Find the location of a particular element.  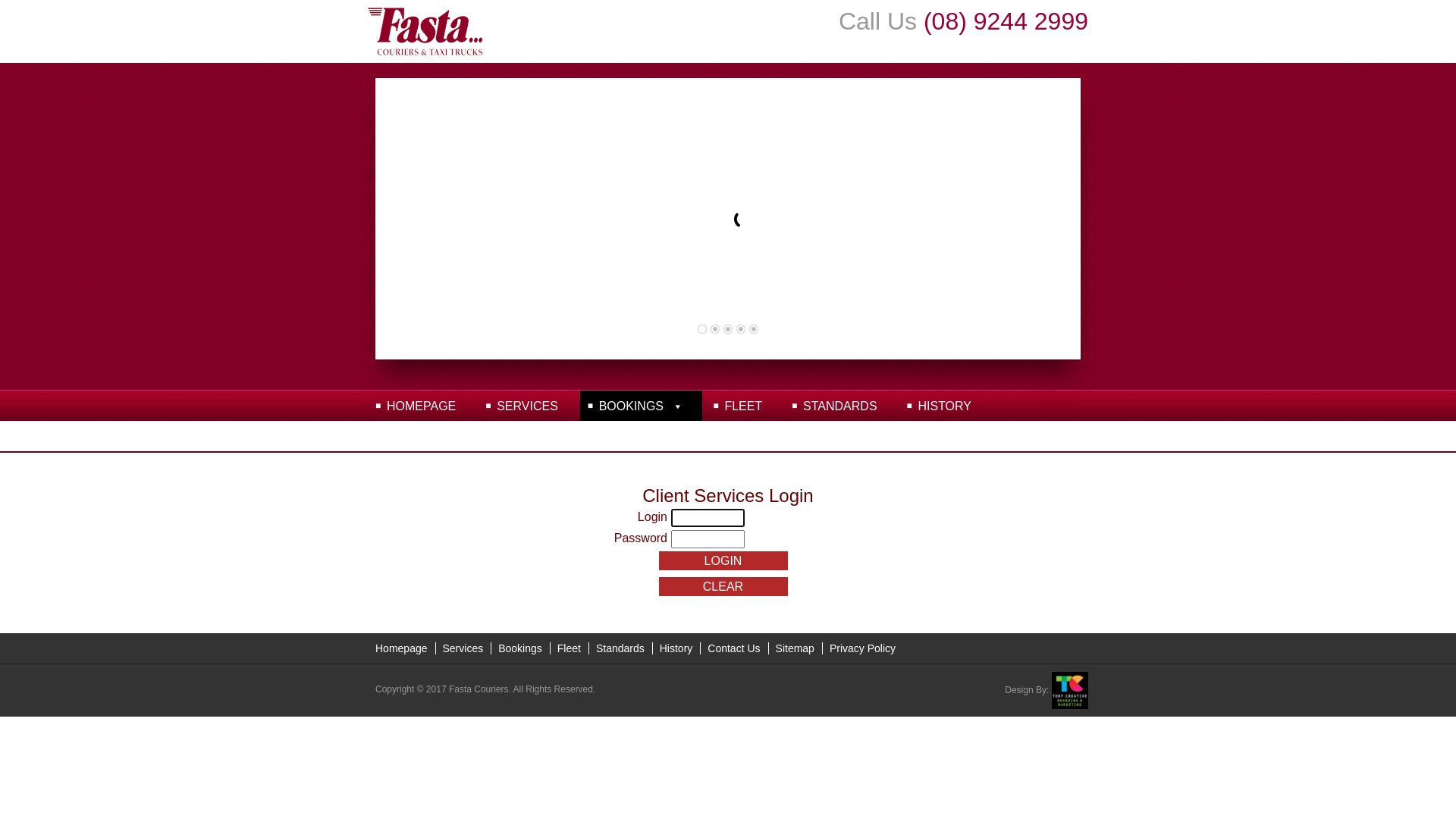

'LOGIN' is located at coordinates (722, 560).